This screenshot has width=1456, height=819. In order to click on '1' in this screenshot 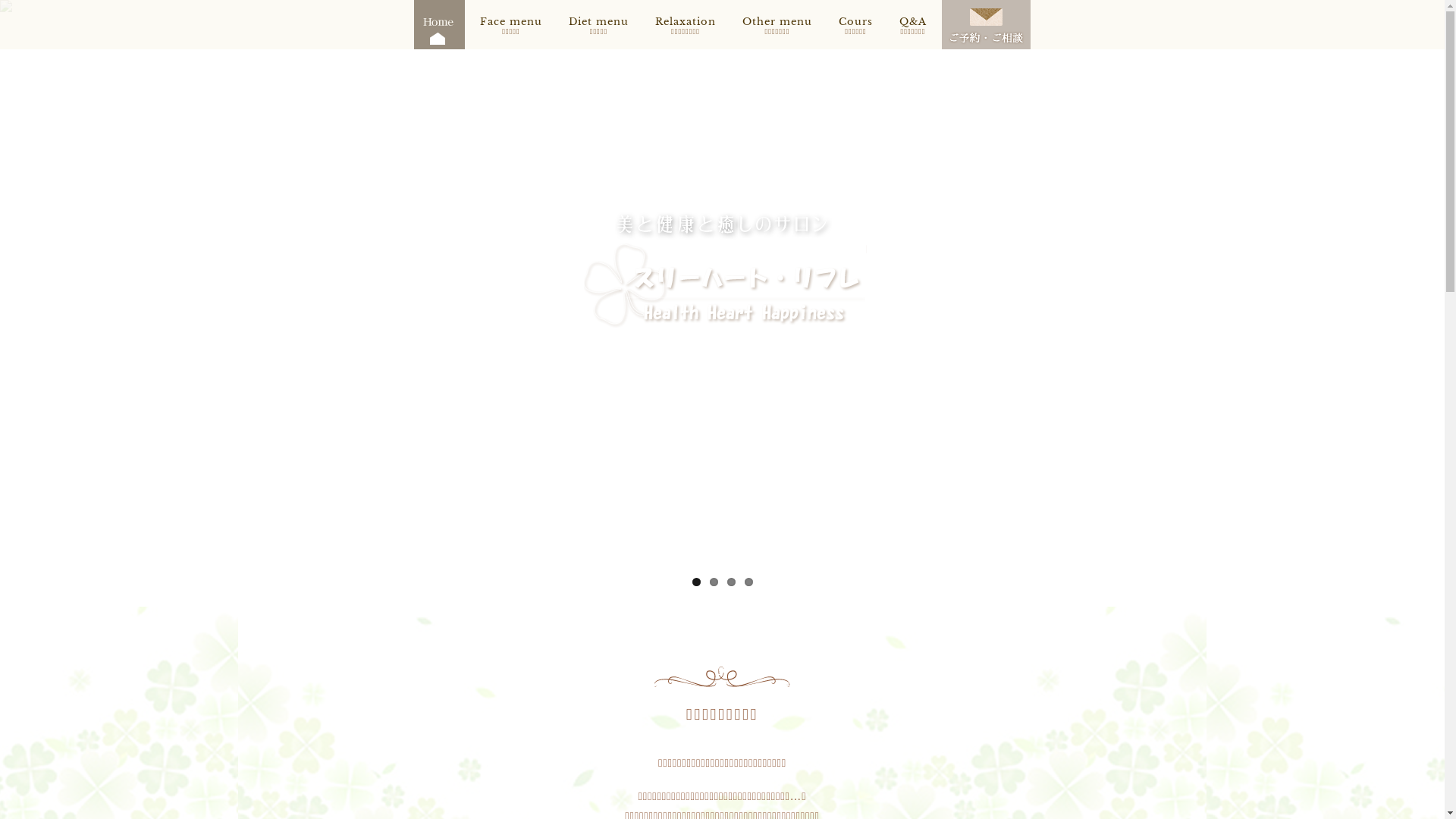, I will do `click(695, 581)`.